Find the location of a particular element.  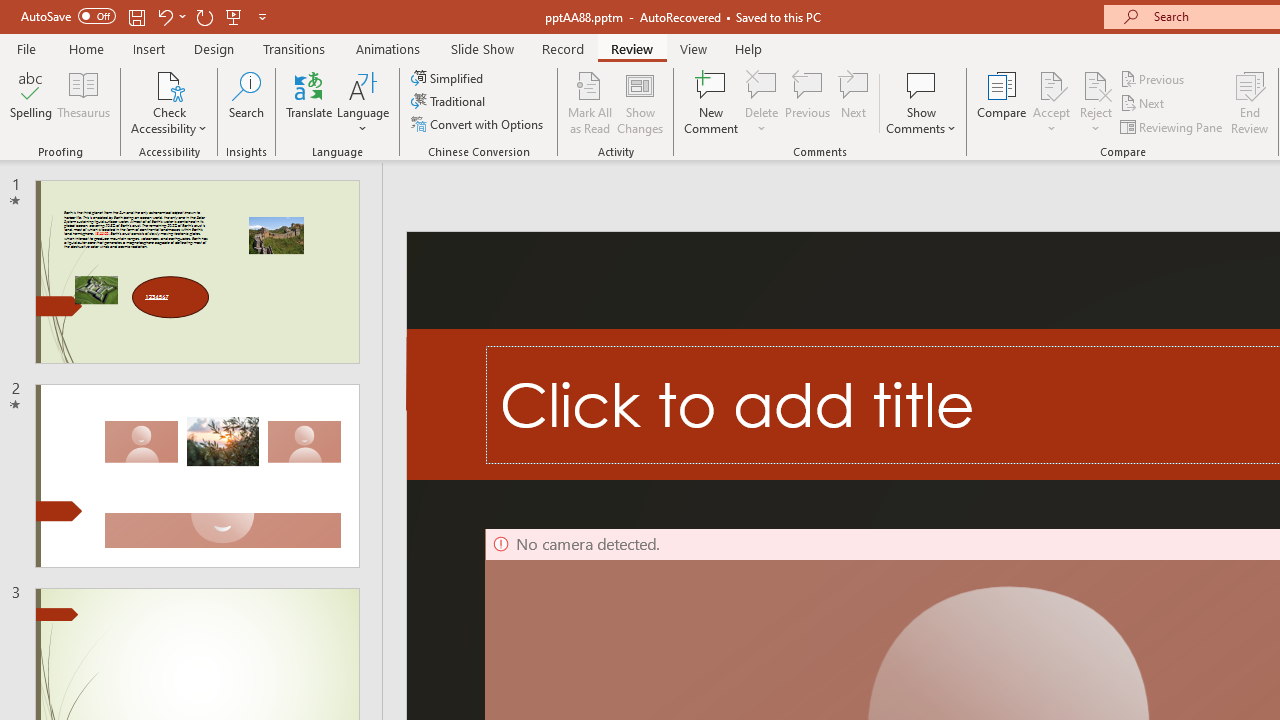

'Simplified' is located at coordinates (448, 77).